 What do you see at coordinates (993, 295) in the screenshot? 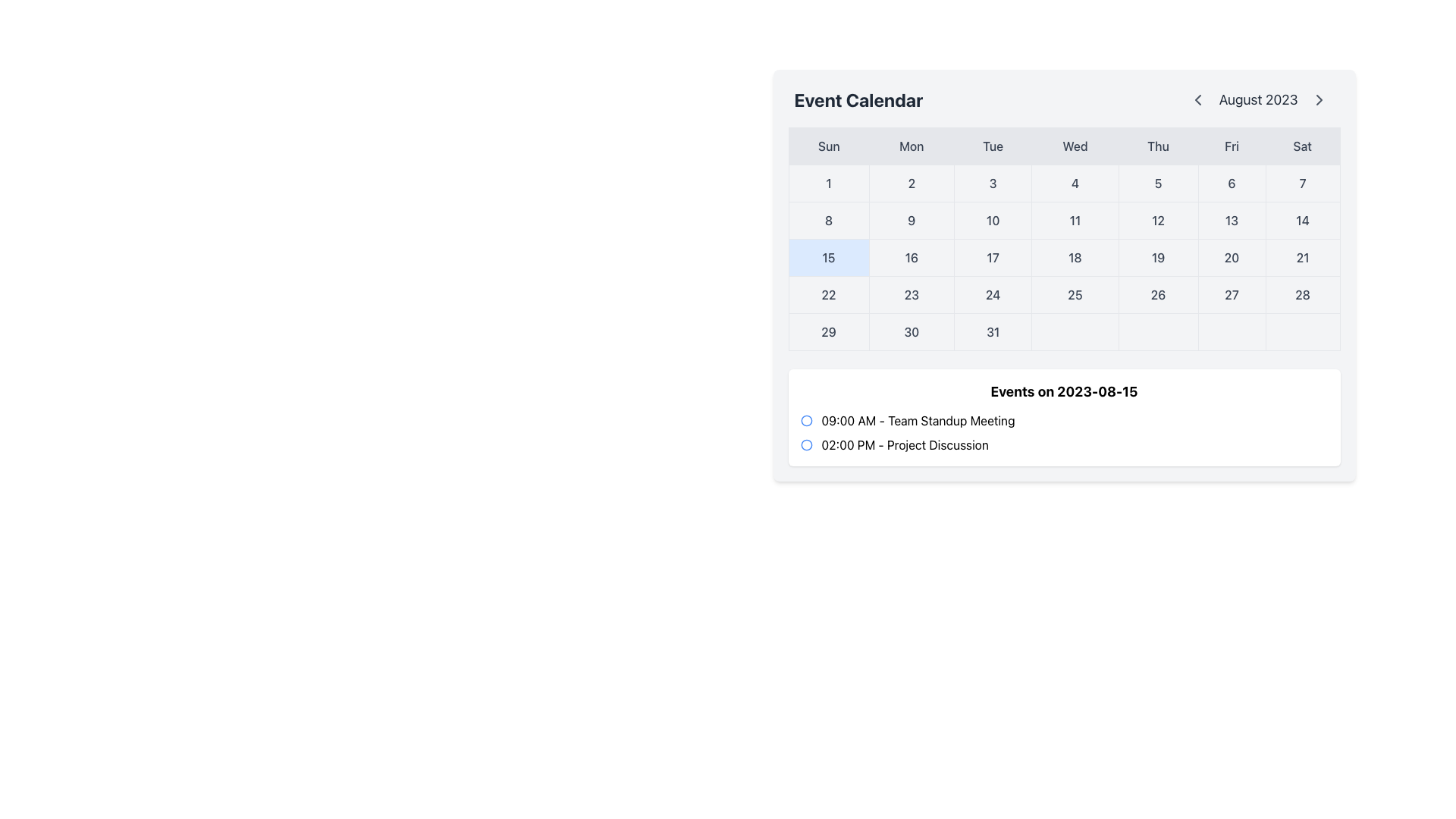
I see `on the Calendar Date Cell marked with the number '24' in the Event Calendar for August 2023` at bounding box center [993, 295].